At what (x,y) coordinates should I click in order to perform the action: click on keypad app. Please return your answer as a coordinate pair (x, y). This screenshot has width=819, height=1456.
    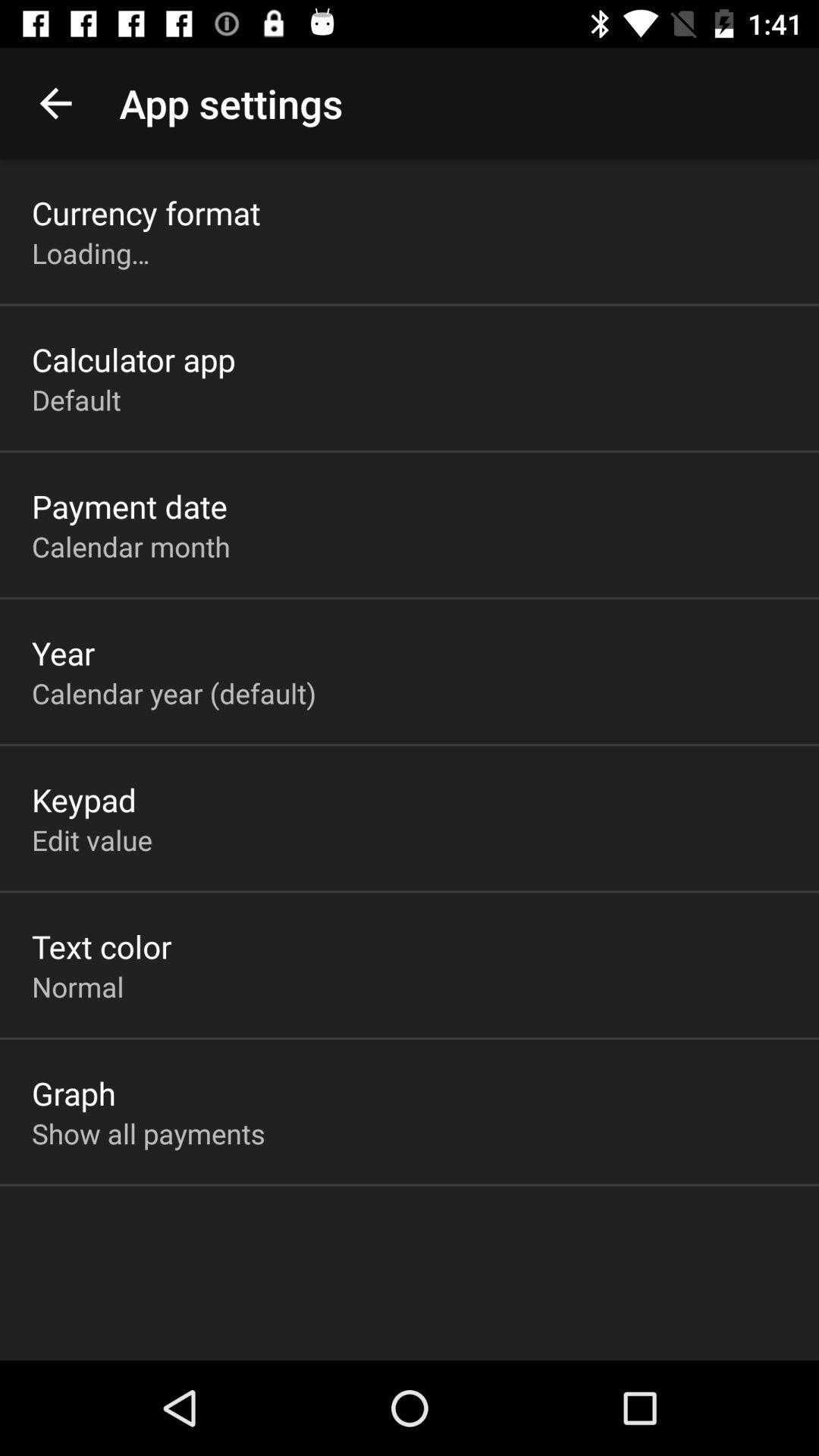
    Looking at the image, I should click on (84, 799).